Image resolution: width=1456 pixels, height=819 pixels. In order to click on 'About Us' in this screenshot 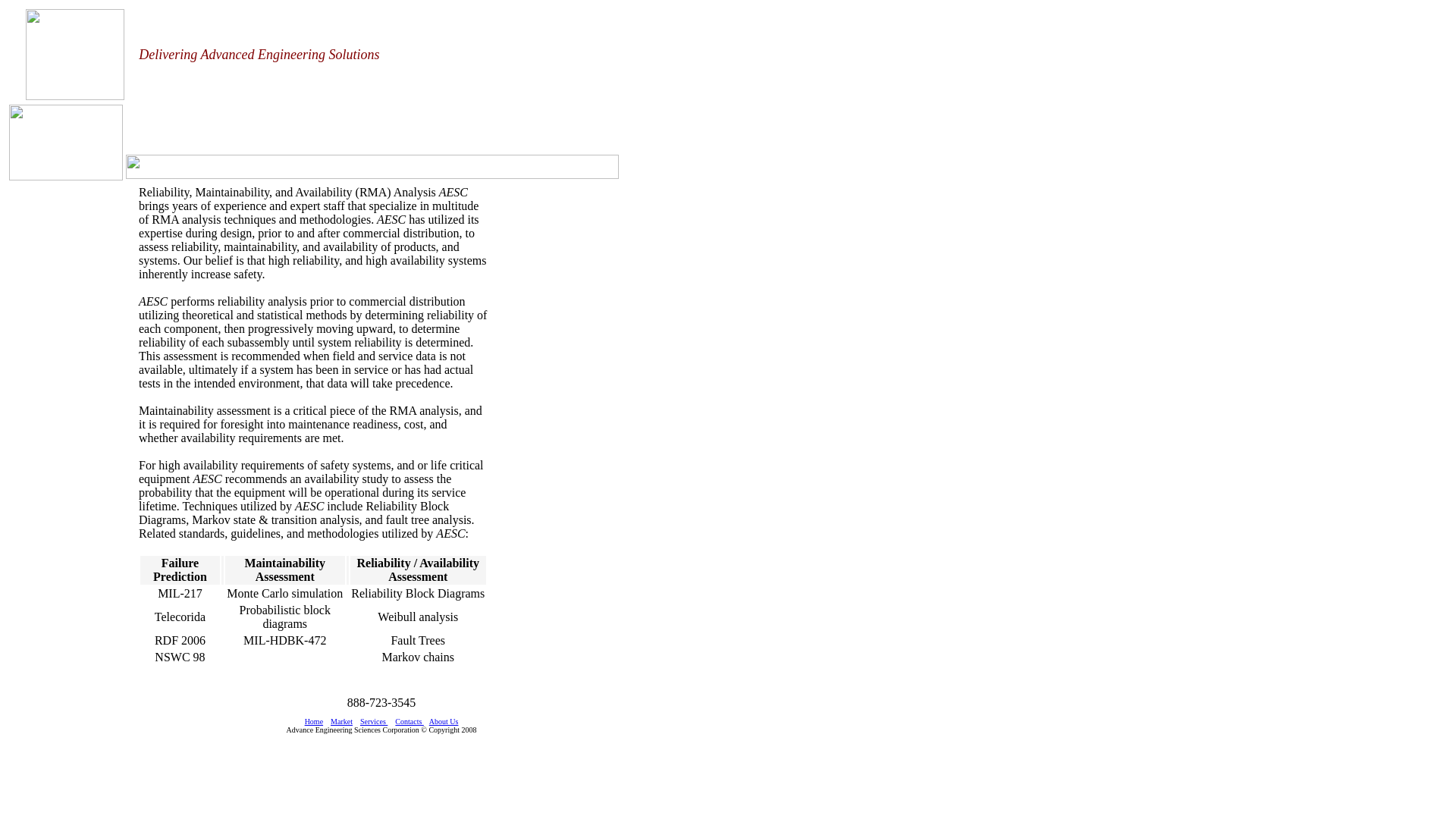, I will do `click(443, 720)`.